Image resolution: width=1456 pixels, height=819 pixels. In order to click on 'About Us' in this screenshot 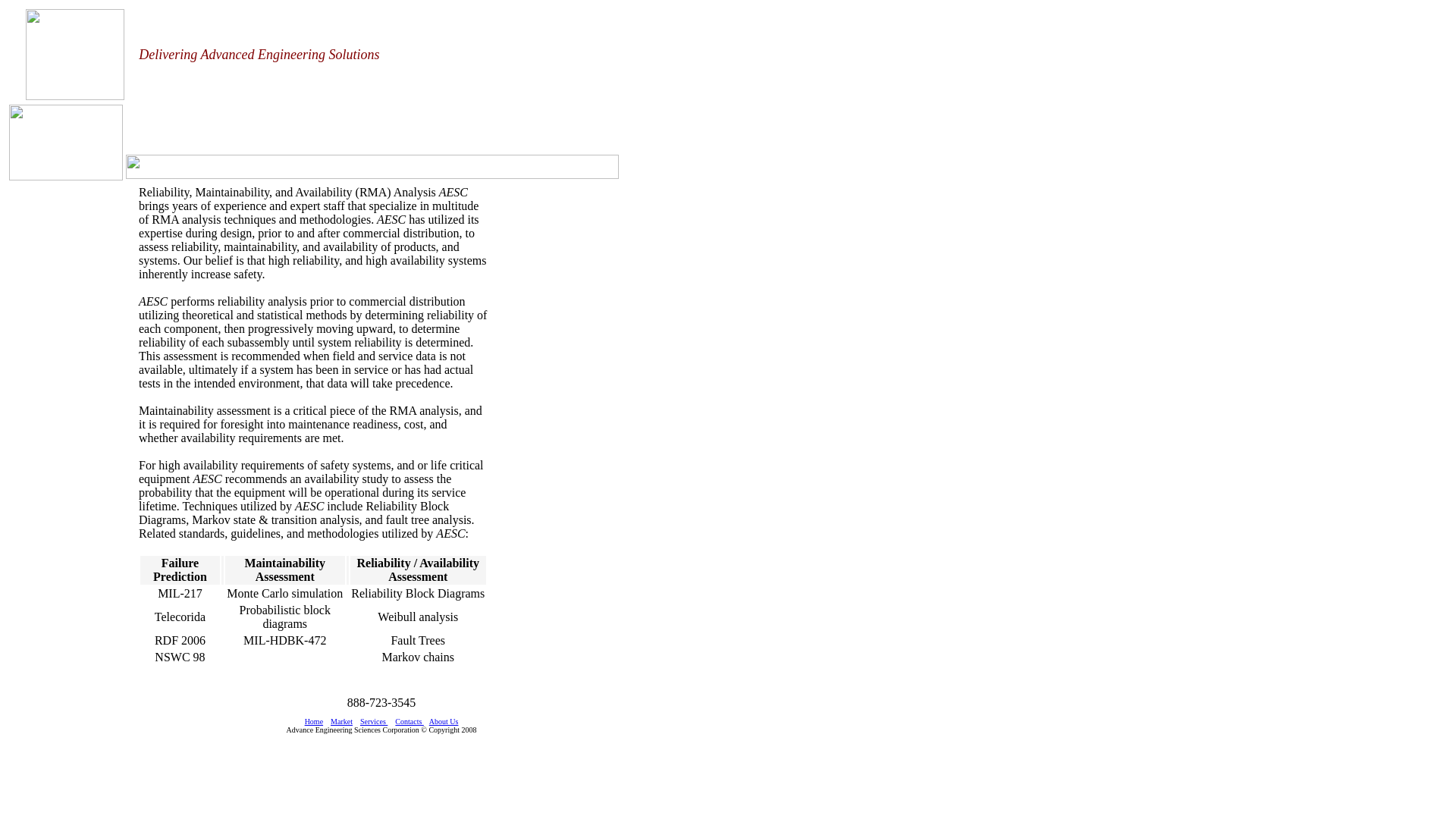, I will do `click(443, 720)`.